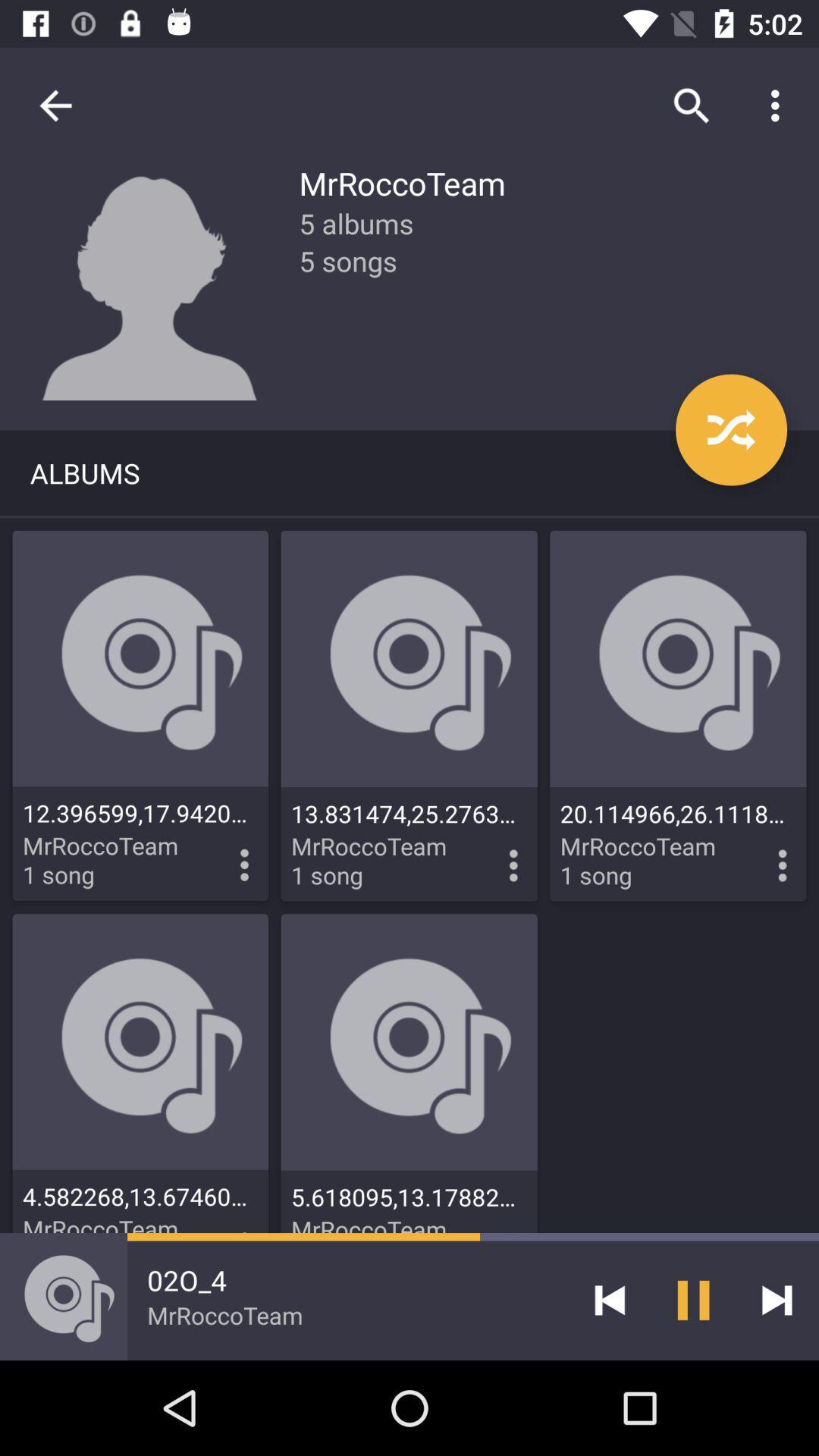  Describe the element at coordinates (609, 1299) in the screenshot. I see `the skip_previous icon` at that location.